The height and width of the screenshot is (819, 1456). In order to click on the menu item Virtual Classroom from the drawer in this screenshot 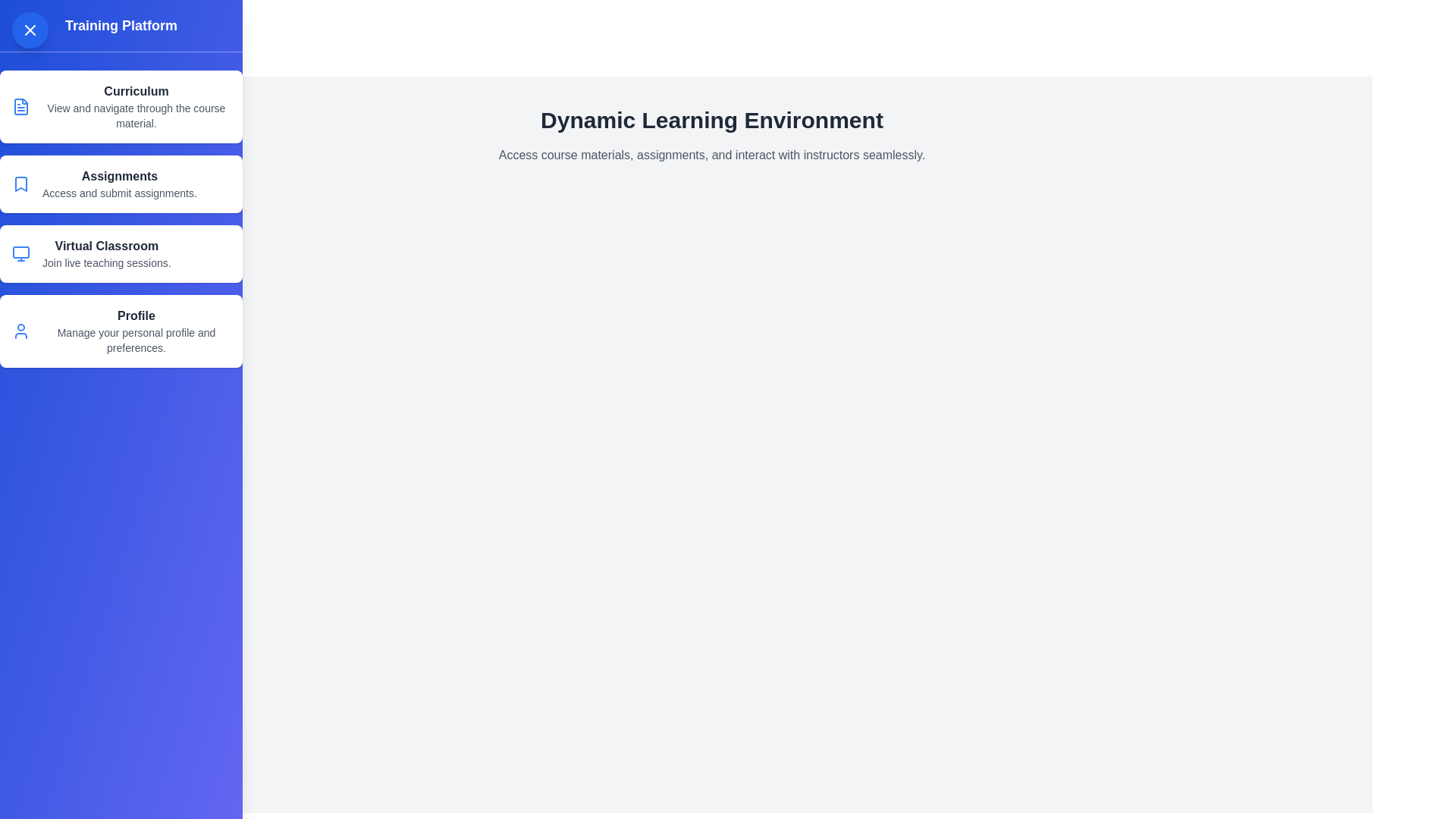, I will do `click(120, 253)`.